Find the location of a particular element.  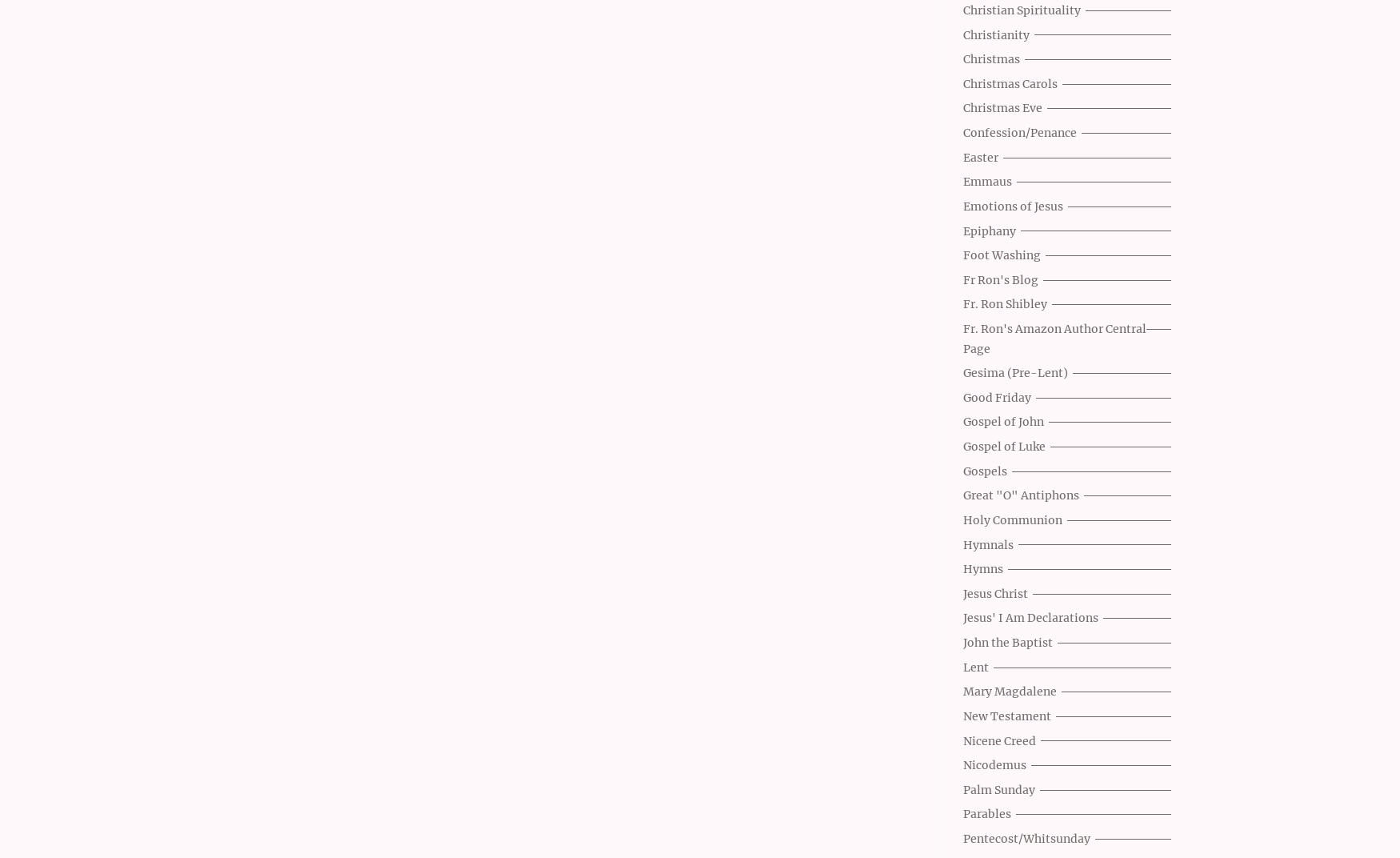

'Confession/Penance' is located at coordinates (1019, 132).